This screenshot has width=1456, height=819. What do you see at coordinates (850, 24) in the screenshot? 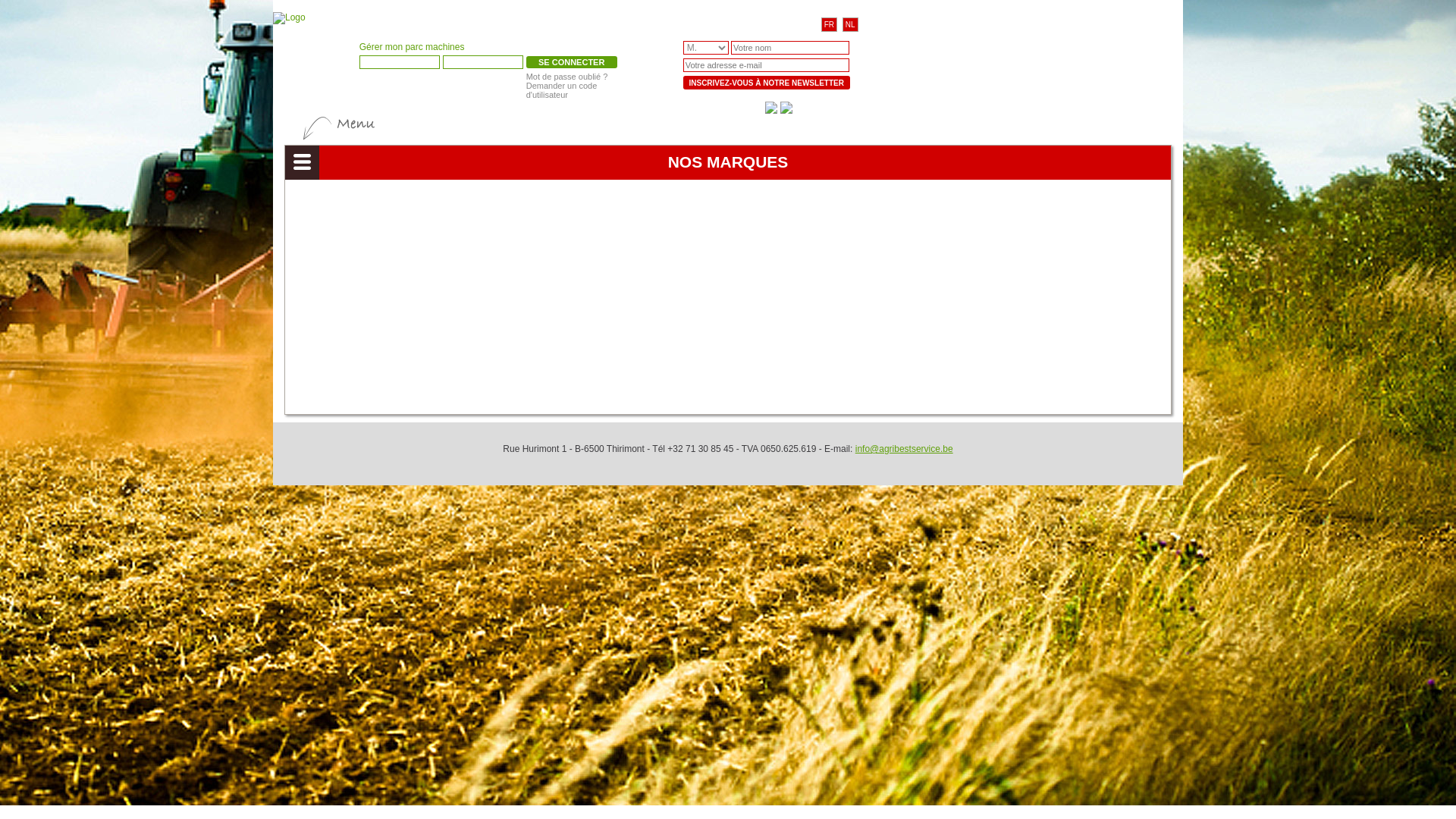
I see `'NL'` at bounding box center [850, 24].